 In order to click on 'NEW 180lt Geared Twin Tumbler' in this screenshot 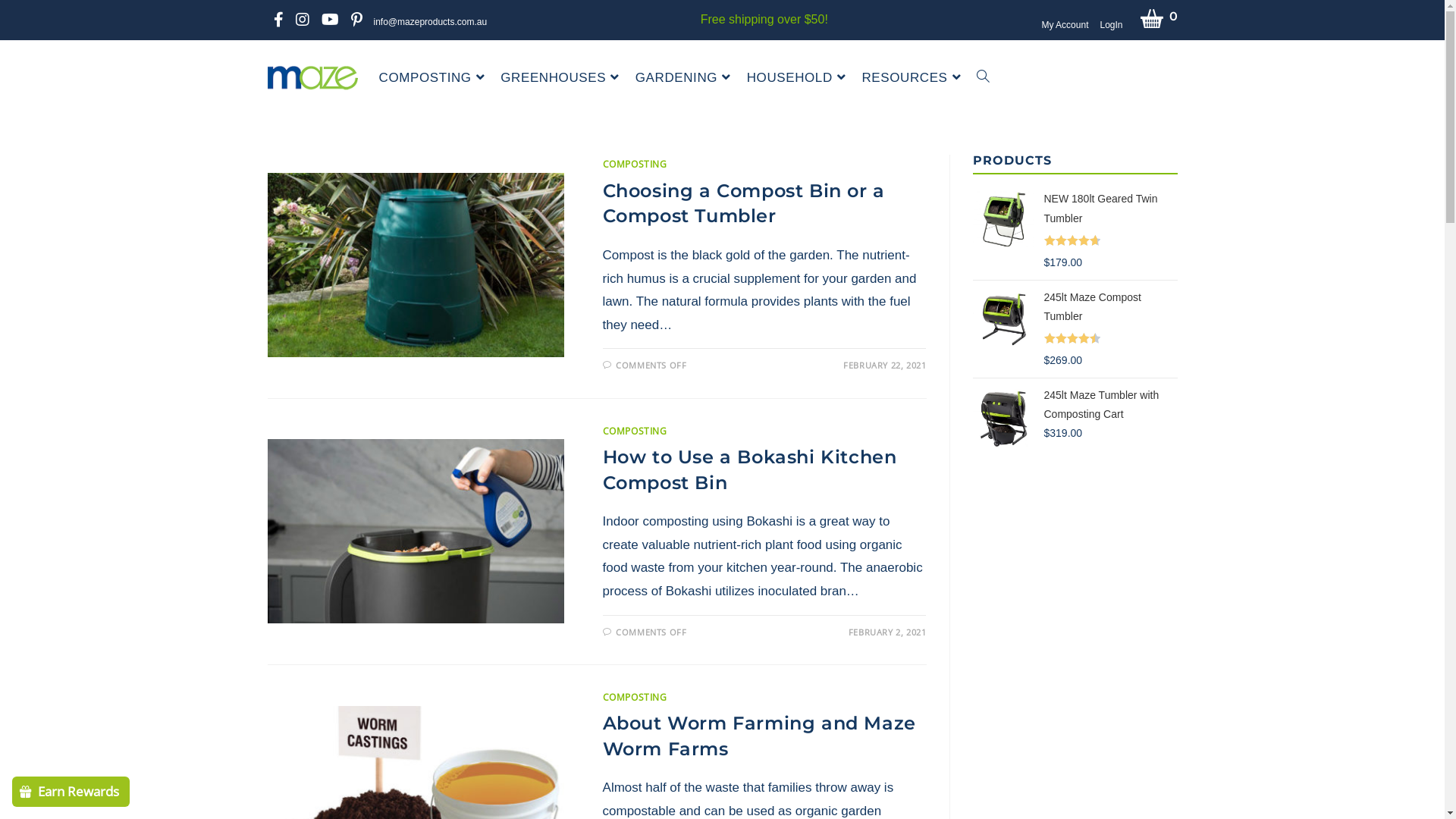, I will do `click(1110, 210)`.